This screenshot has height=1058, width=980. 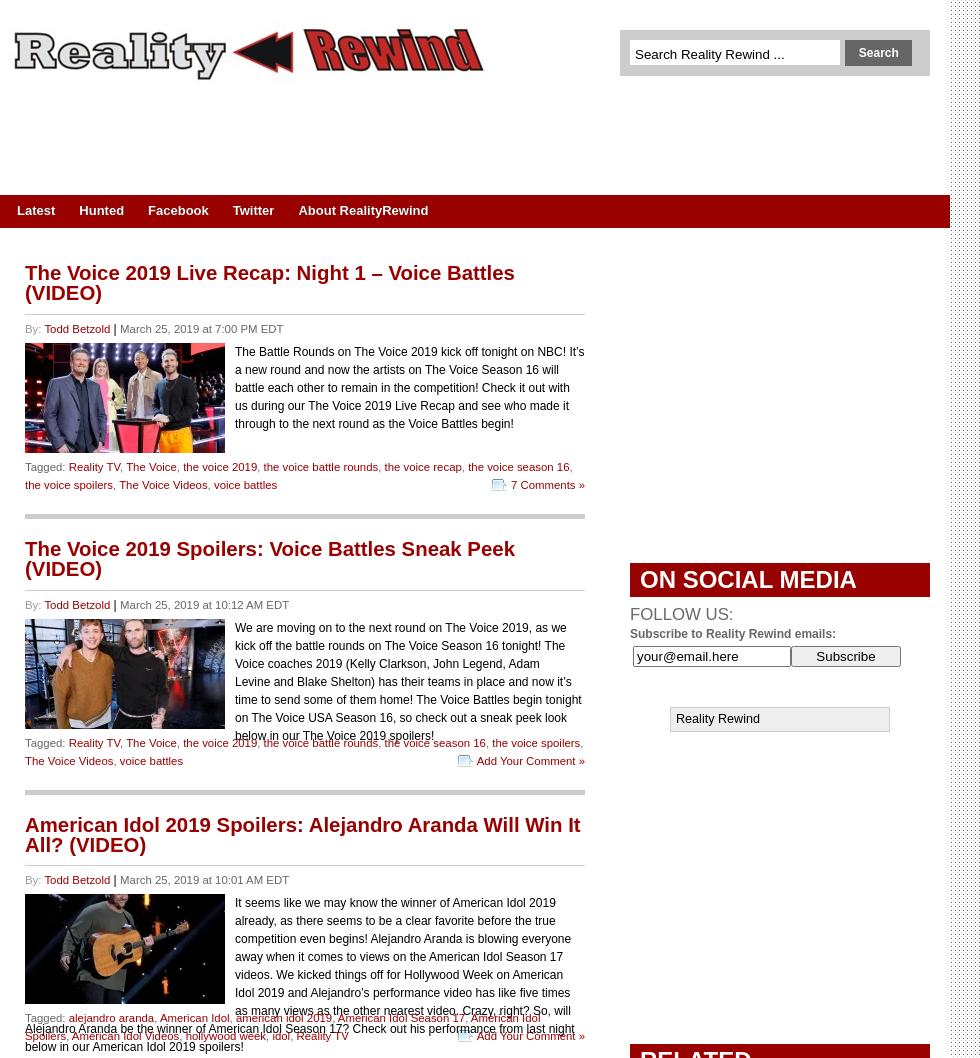 What do you see at coordinates (269, 558) in the screenshot?
I see `'The Voice 2019 Spoilers: Voice Battles Sneak Peek (VIDEO)'` at bounding box center [269, 558].